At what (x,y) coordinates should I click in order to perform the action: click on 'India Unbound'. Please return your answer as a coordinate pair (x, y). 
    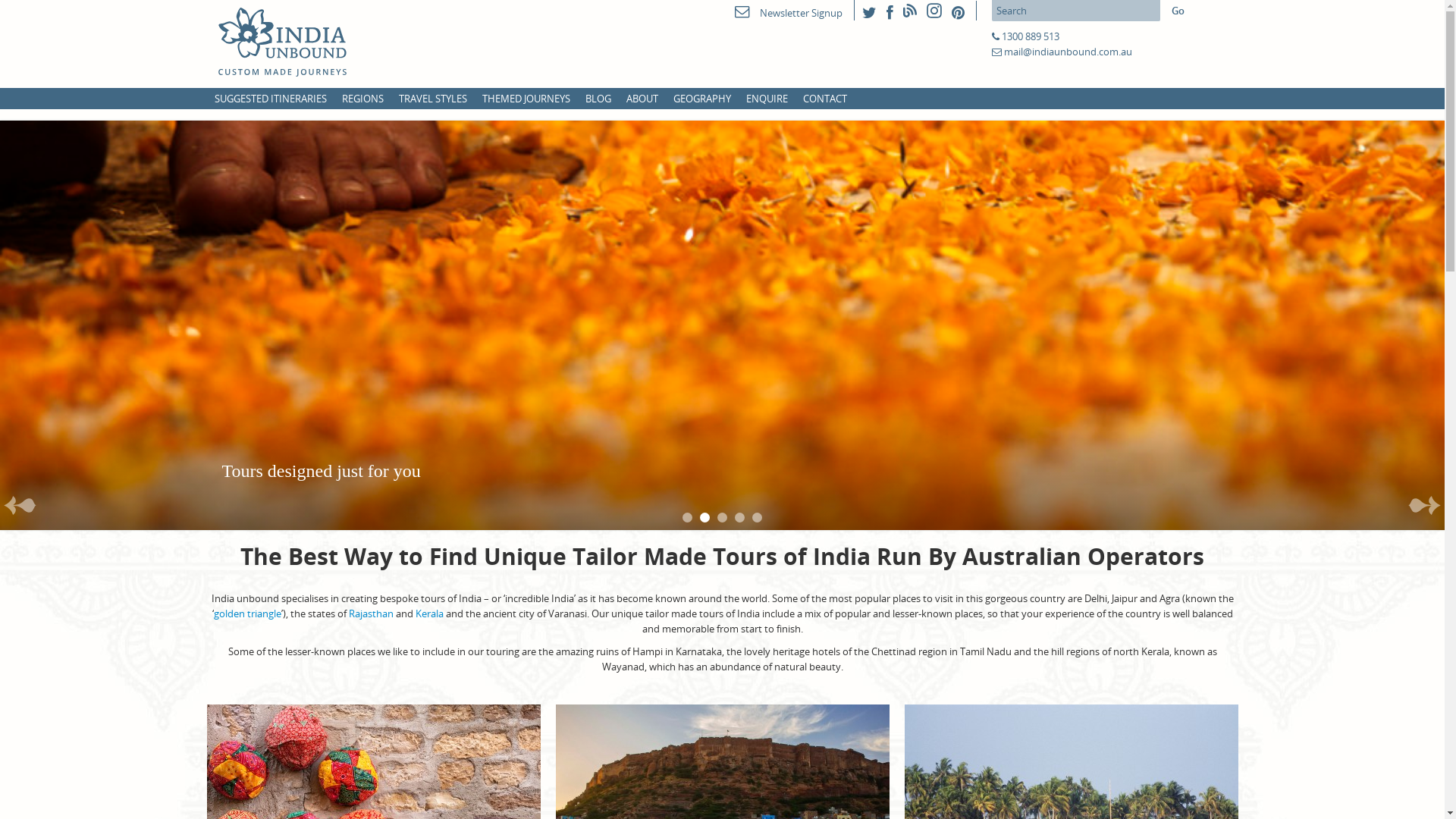
    Looking at the image, I should click on (304, 41).